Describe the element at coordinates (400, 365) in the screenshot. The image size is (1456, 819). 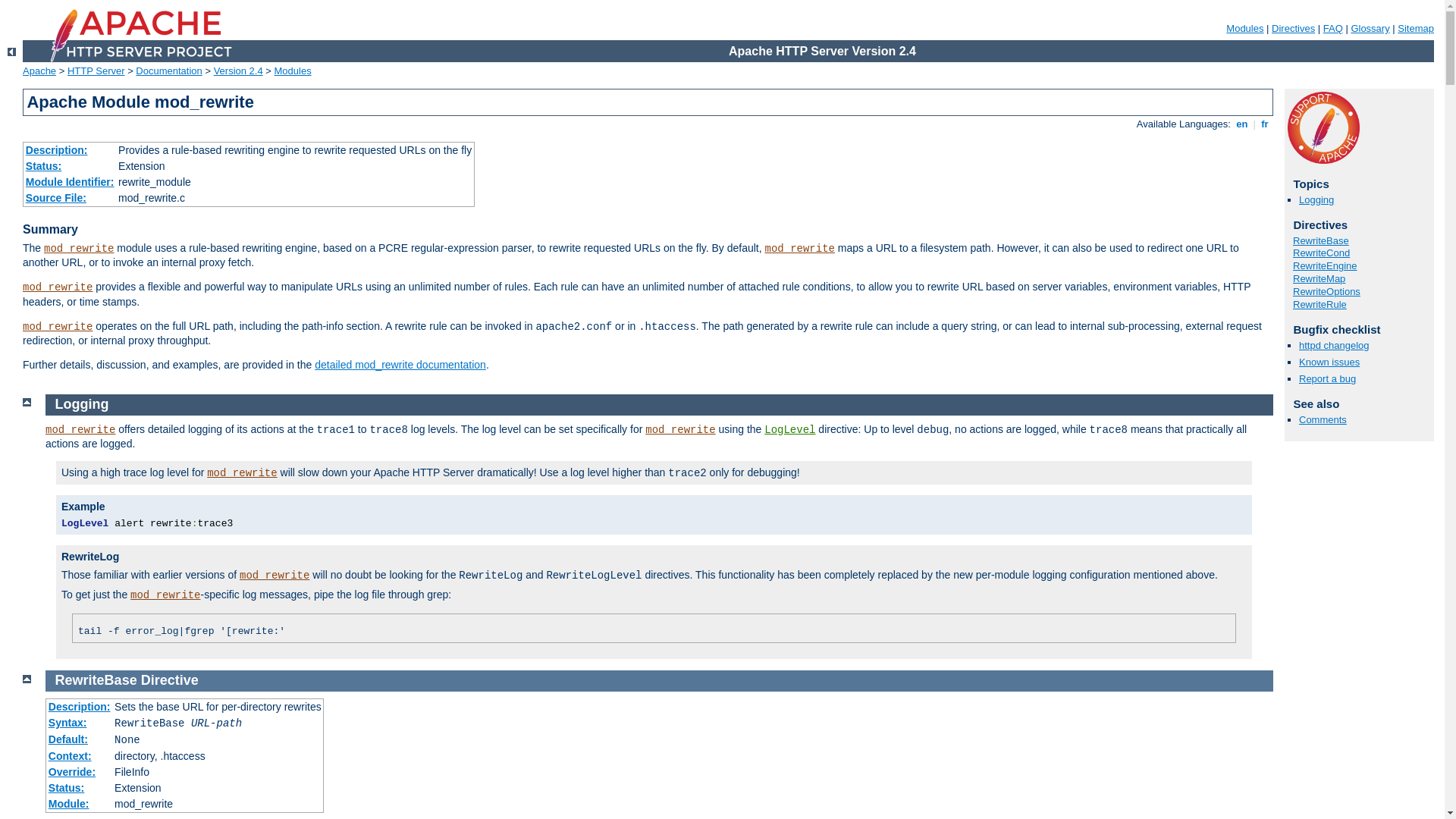
I see `'detailed mod_rewrite documentation'` at that location.